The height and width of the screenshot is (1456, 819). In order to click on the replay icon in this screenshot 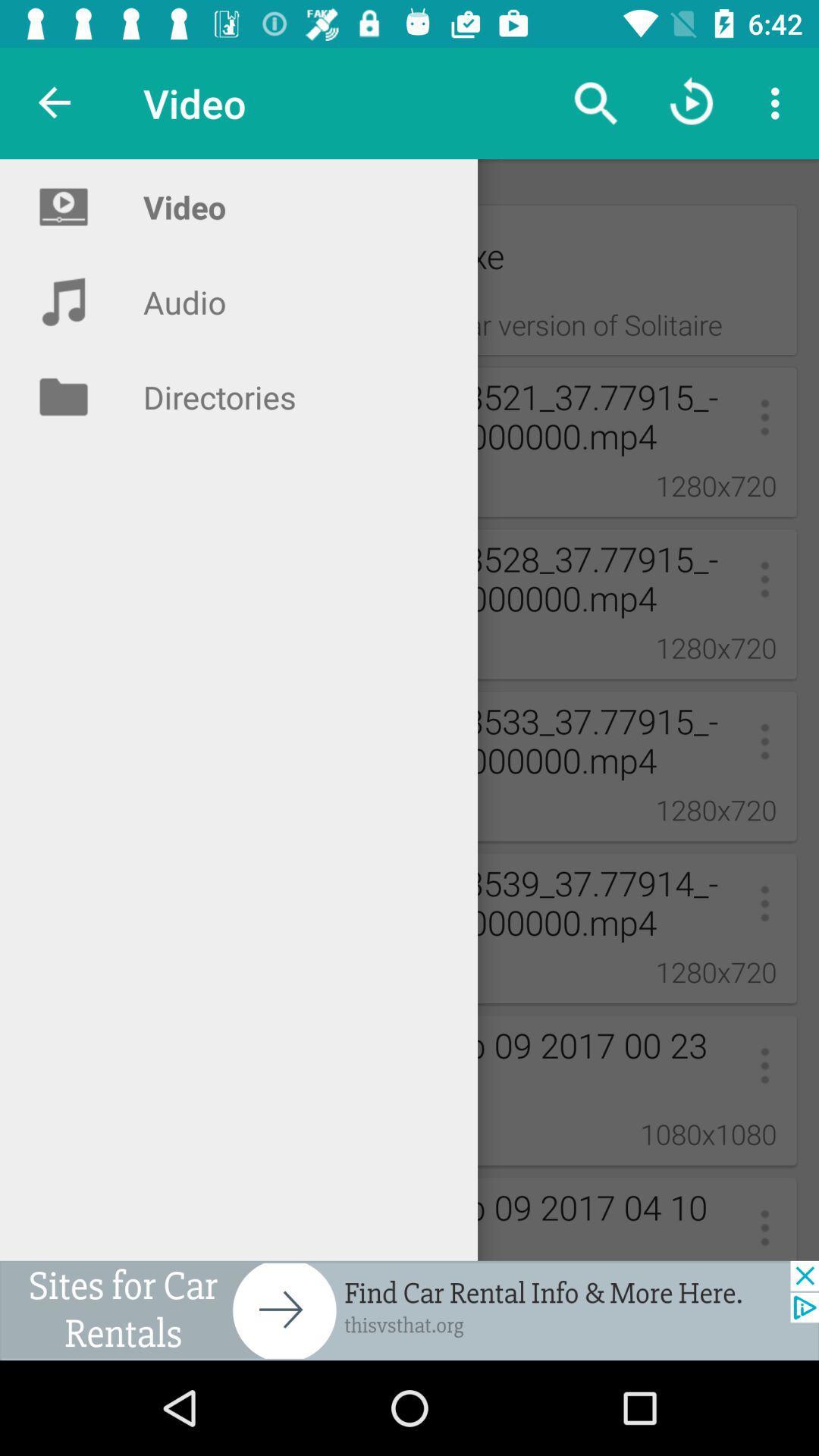, I will do `click(691, 103)`.